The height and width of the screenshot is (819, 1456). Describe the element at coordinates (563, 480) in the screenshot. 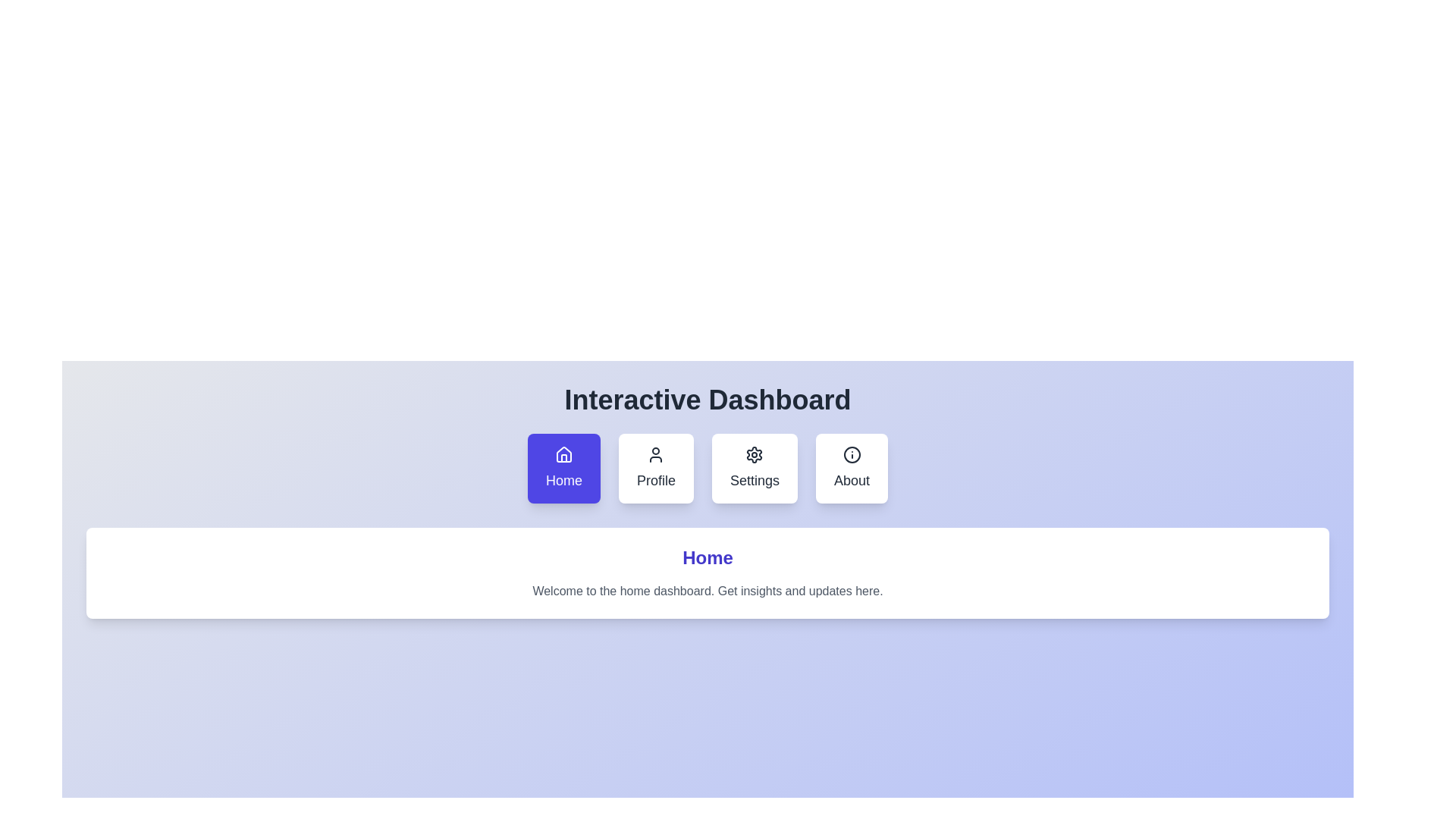

I see `the static text label for the 'Home' card located at the bottom center of the blue button card in the top horizontal menu of the dashboard interface` at that location.